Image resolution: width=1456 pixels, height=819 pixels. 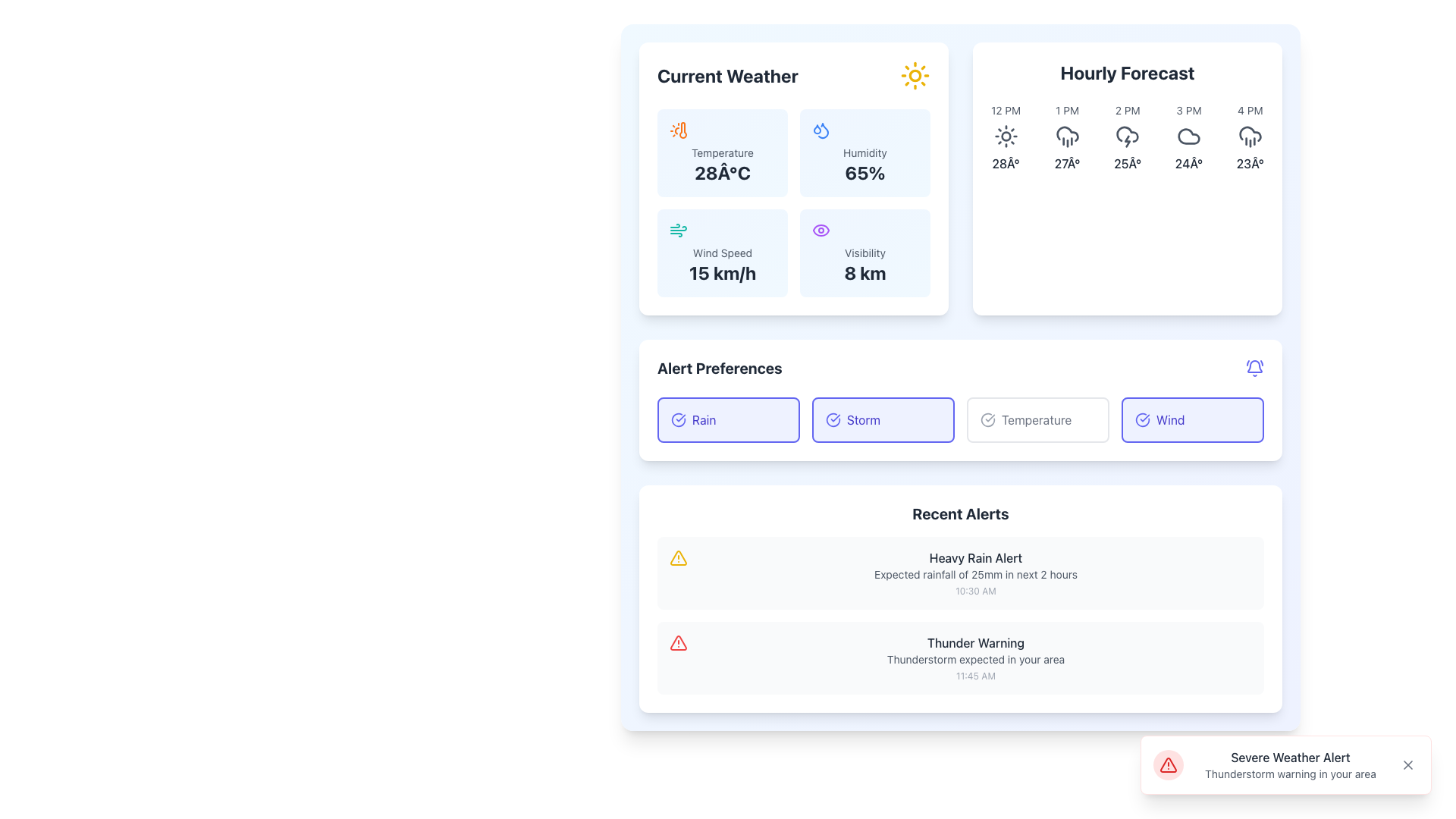 What do you see at coordinates (728, 420) in the screenshot?
I see `the rain alert preference toggle button, which is the first button in the horizontal grid under the 'Alert Preferences' section` at bounding box center [728, 420].